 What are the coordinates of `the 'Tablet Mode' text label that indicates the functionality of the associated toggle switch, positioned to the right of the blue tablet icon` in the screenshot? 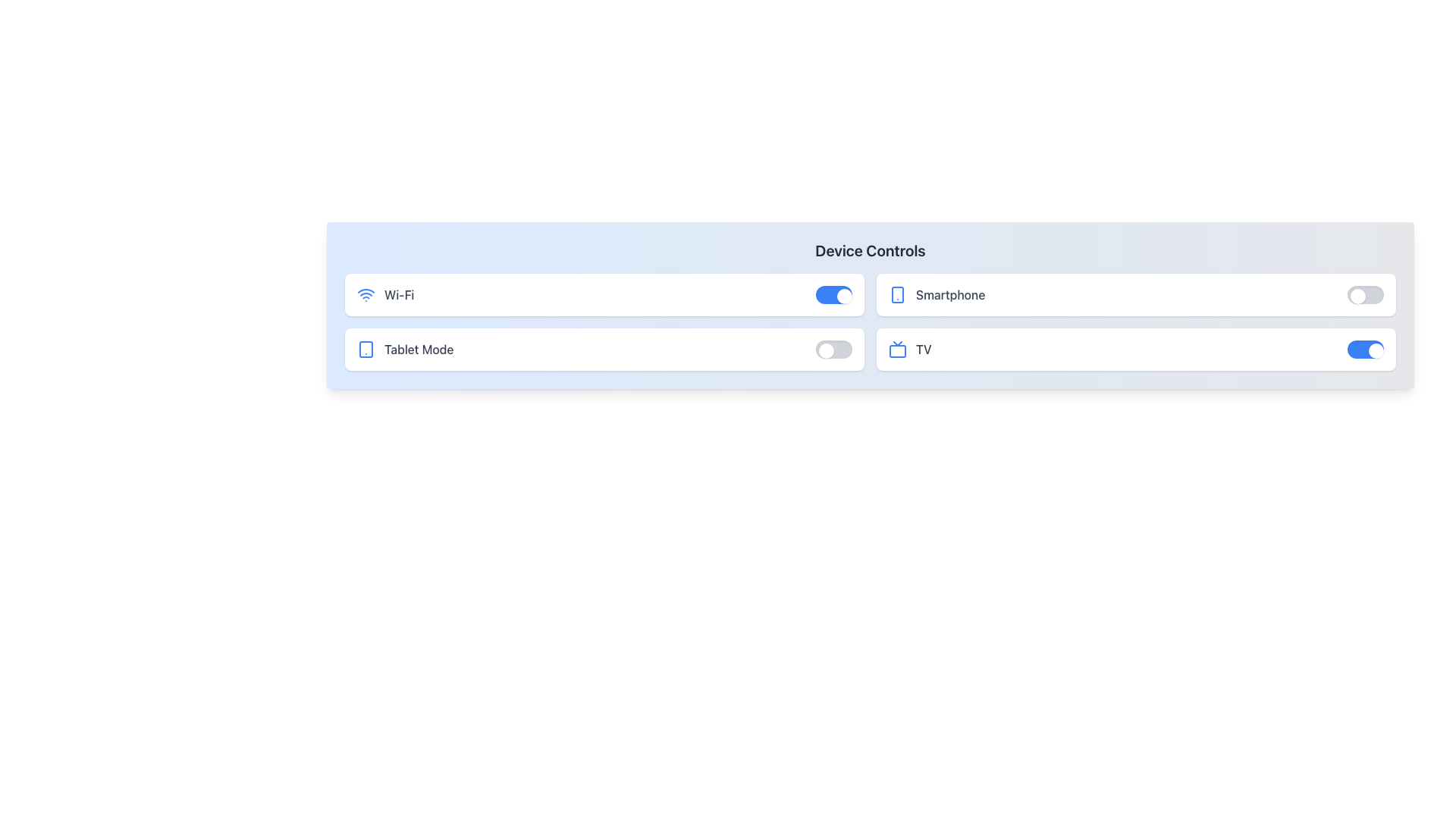 It's located at (419, 350).